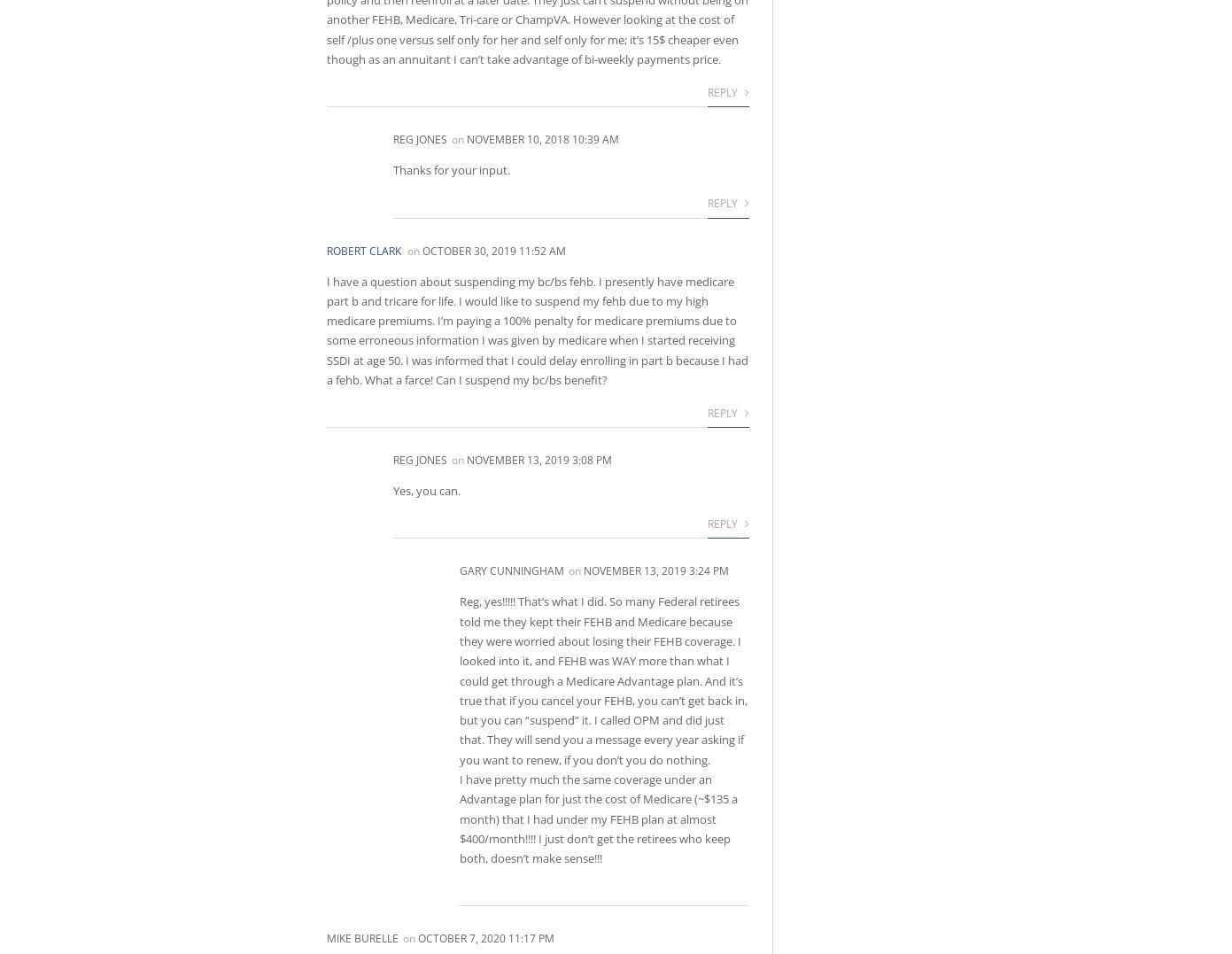 This screenshot has width=1232, height=954. I want to click on 'October 30, 2019 11:52 am', so click(422, 249).